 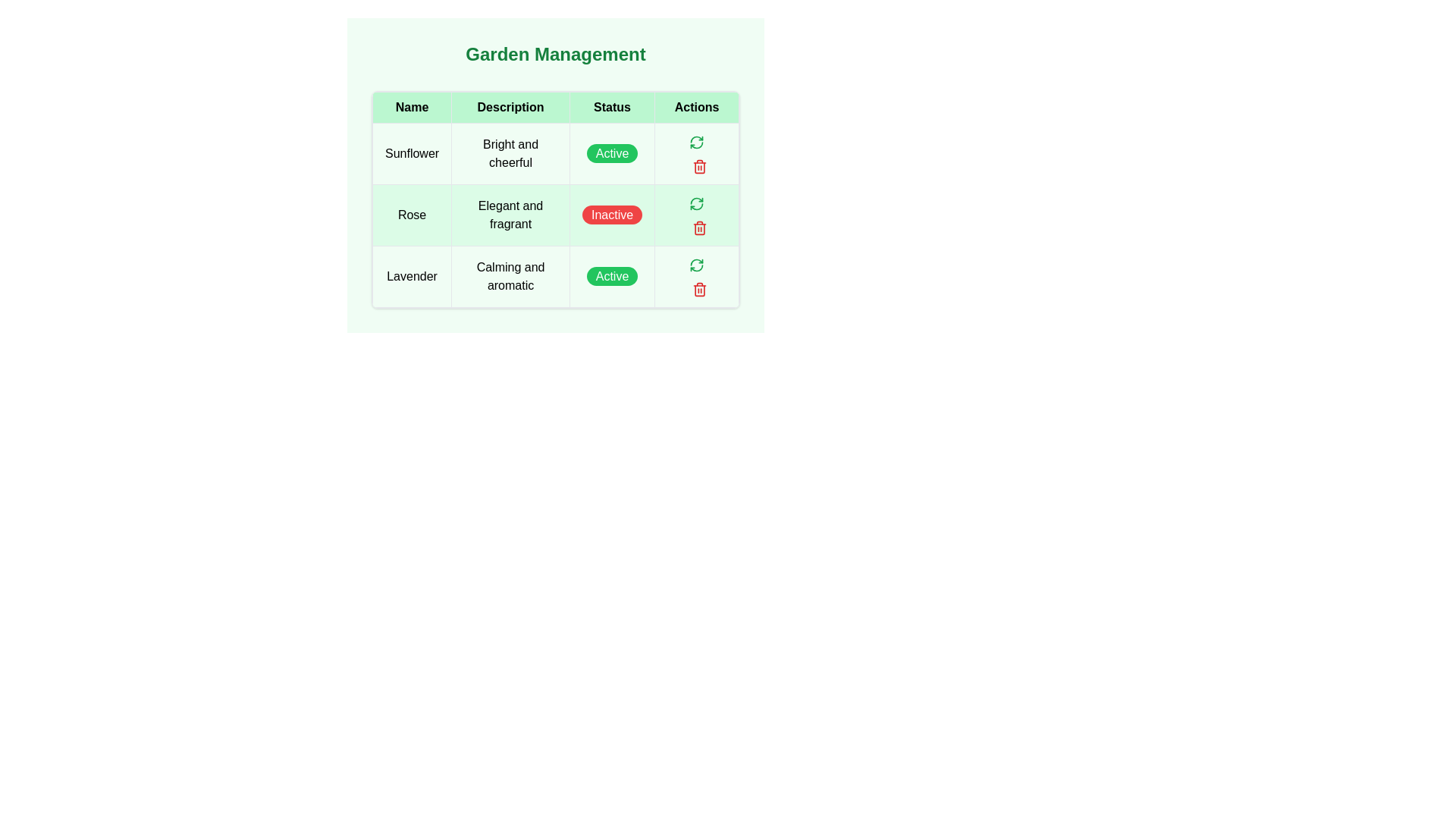 What do you see at coordinates (696, 264) in the screenshot?
I see `the refresh/retry icon located in the Actions column of the second row for the item 'Rose'` at bounding box center [696, 264].